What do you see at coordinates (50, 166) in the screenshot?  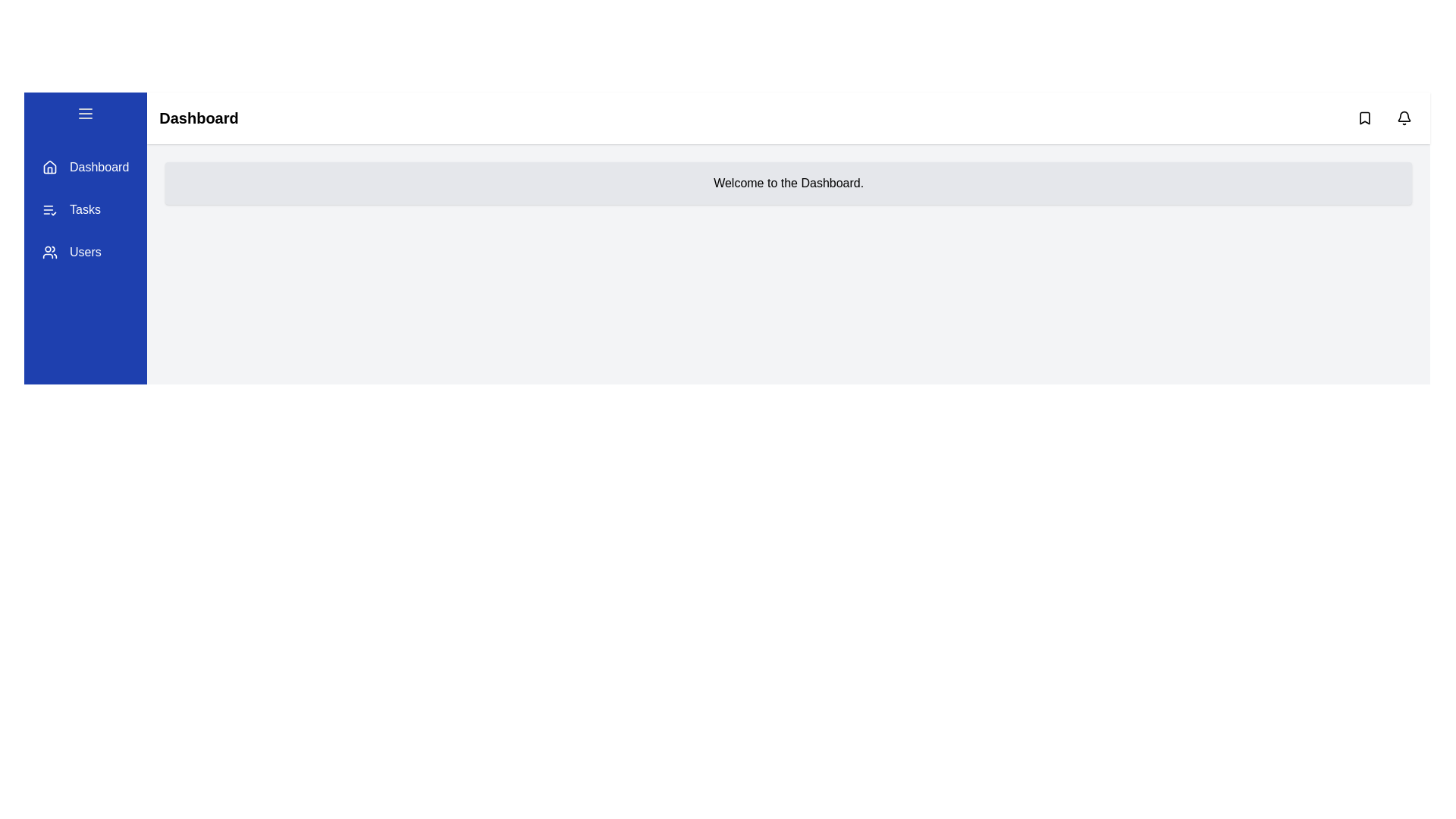 I see `the house icon in the vertical navigation bar on the left side of the interface` at bounding box center [50, 166].